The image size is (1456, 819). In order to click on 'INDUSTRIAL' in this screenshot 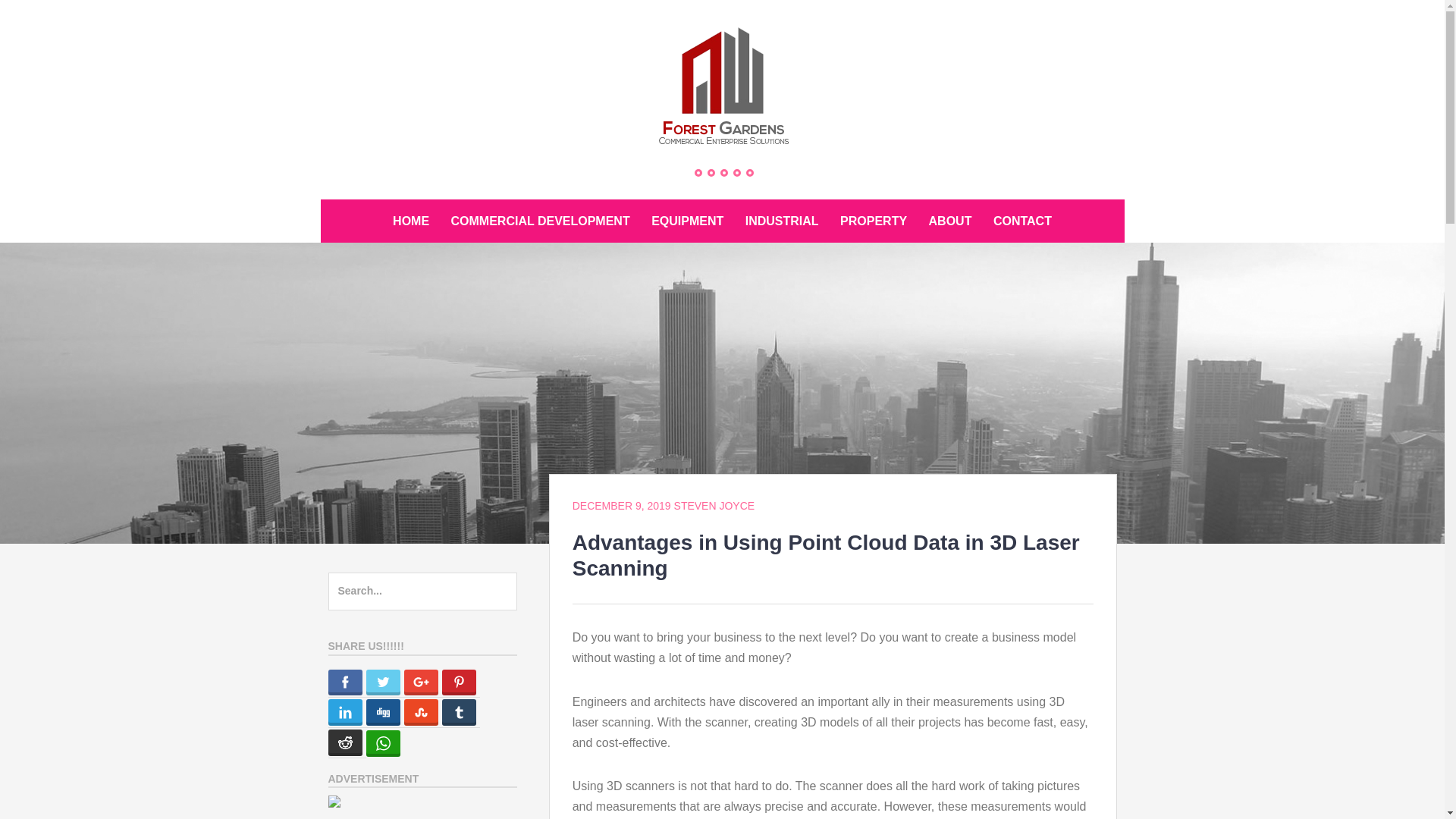, I will do `click(782, 221)`.